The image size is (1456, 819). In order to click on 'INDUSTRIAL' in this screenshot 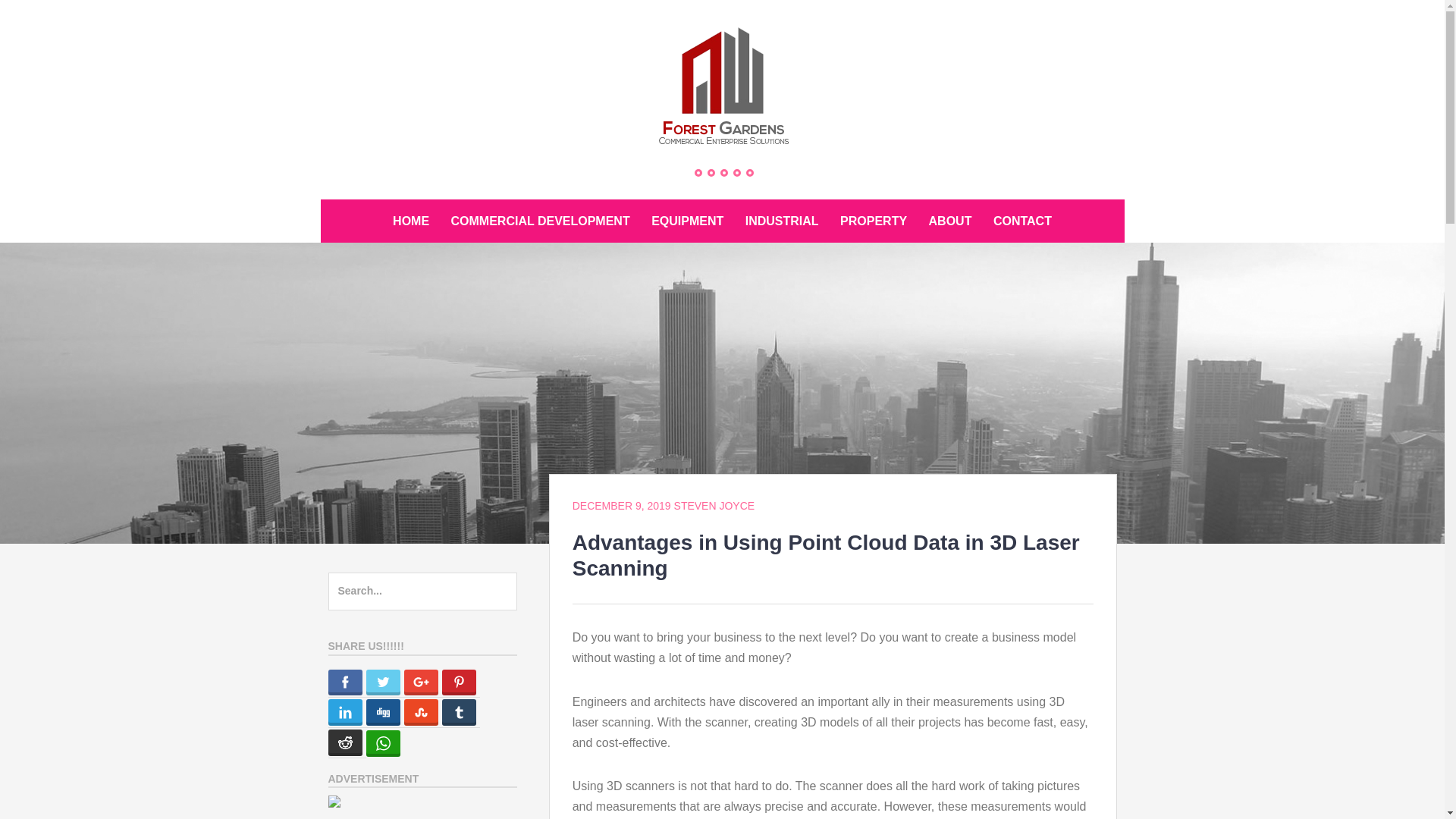, I will do `click(782, 221)`.